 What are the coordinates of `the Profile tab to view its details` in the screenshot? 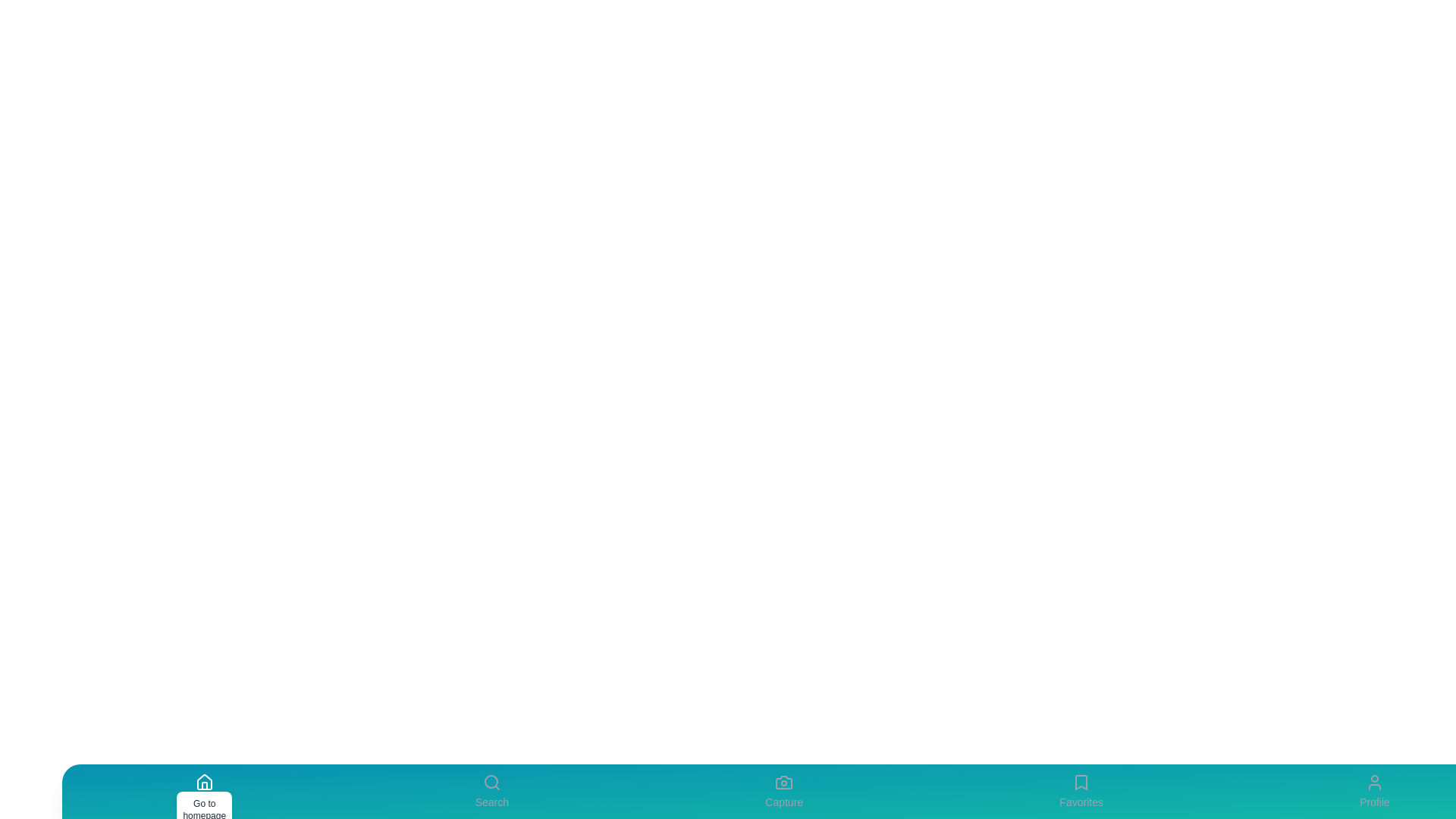 It's located at (1375, 791).